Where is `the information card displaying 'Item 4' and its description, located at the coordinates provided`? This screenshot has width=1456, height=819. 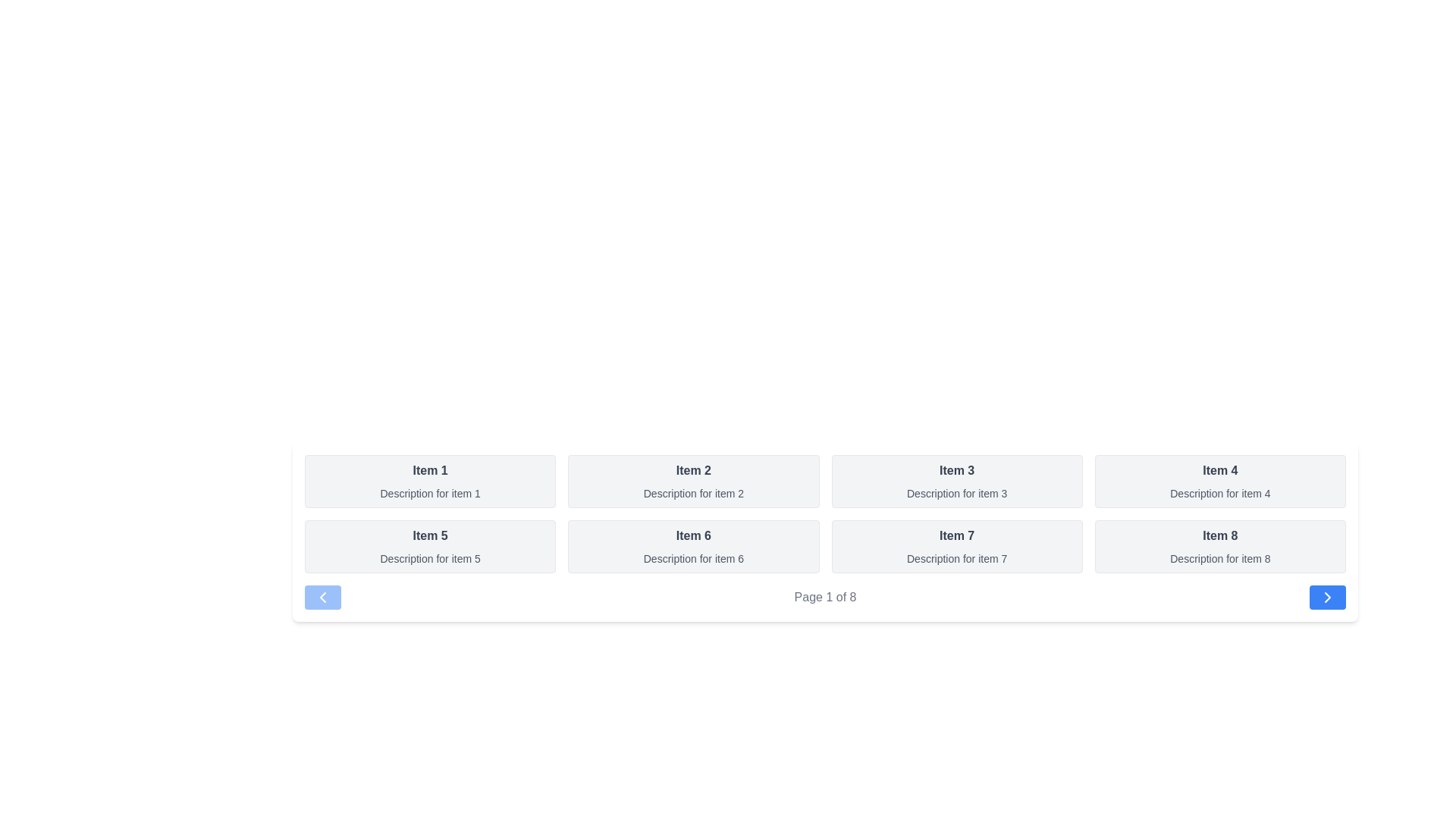 the information card displaying 'Item 4' and its description, located at the coordinates provided is located at coordinates (1220, 482).